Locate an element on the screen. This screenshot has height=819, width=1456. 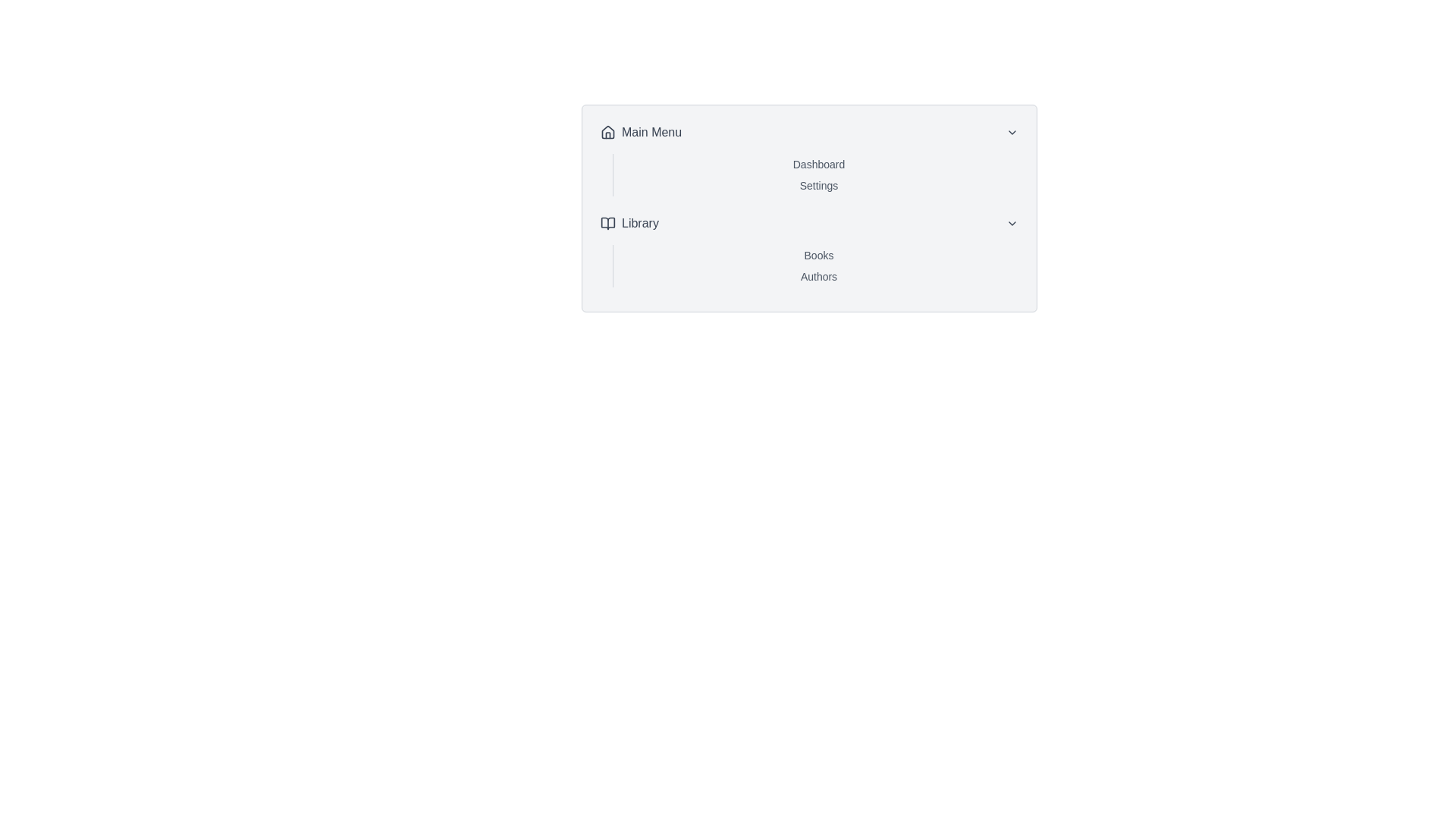
the 'Settings' hyperlink in the menu section, which is styled in gray and located below the 'Dashboard' entry is located at coordinates (818, 185).